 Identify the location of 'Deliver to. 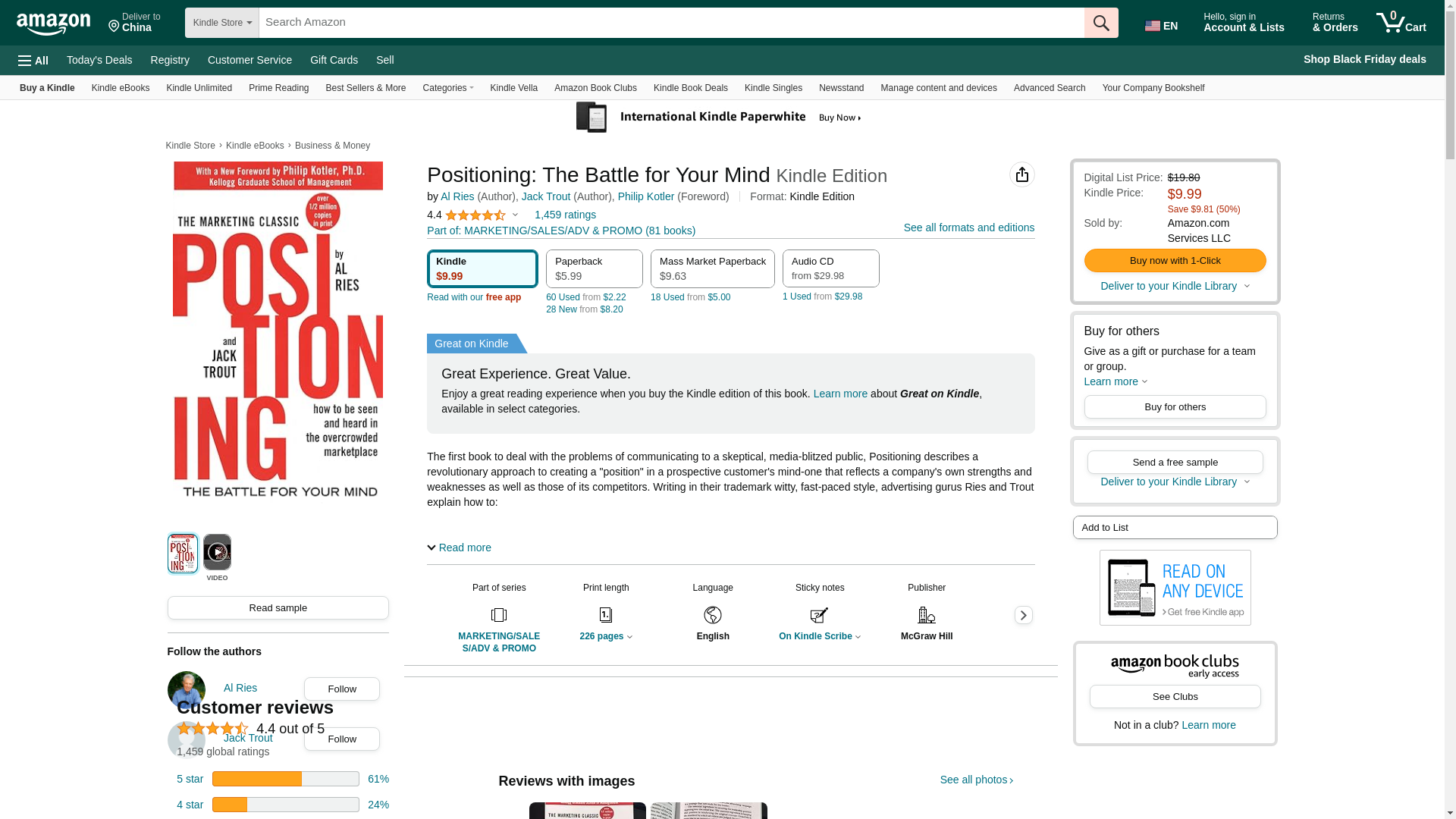
(134, 23).